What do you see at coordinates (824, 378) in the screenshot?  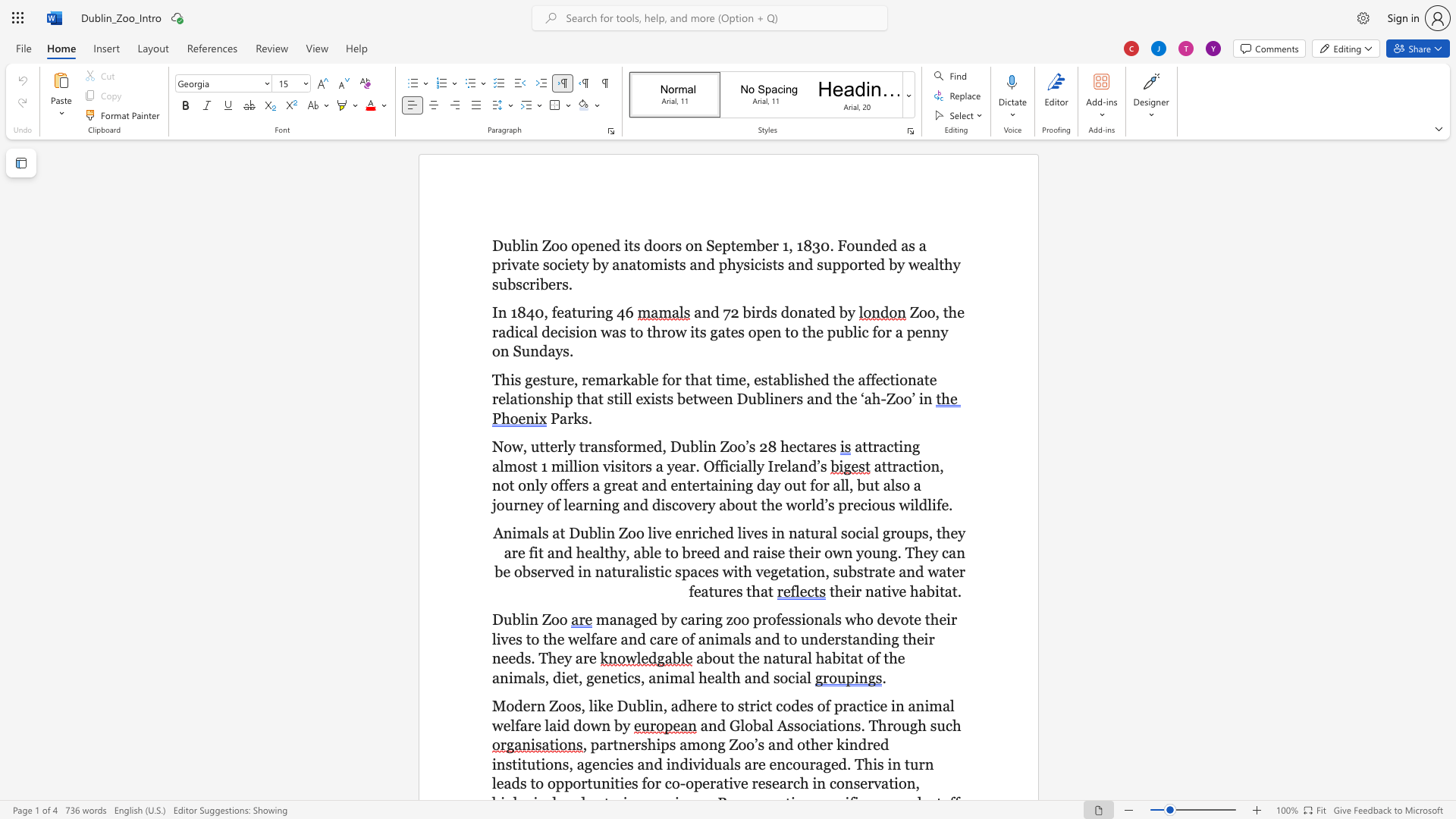 I see `the 1th character "d" in the text` at bounding box center [824, 378].